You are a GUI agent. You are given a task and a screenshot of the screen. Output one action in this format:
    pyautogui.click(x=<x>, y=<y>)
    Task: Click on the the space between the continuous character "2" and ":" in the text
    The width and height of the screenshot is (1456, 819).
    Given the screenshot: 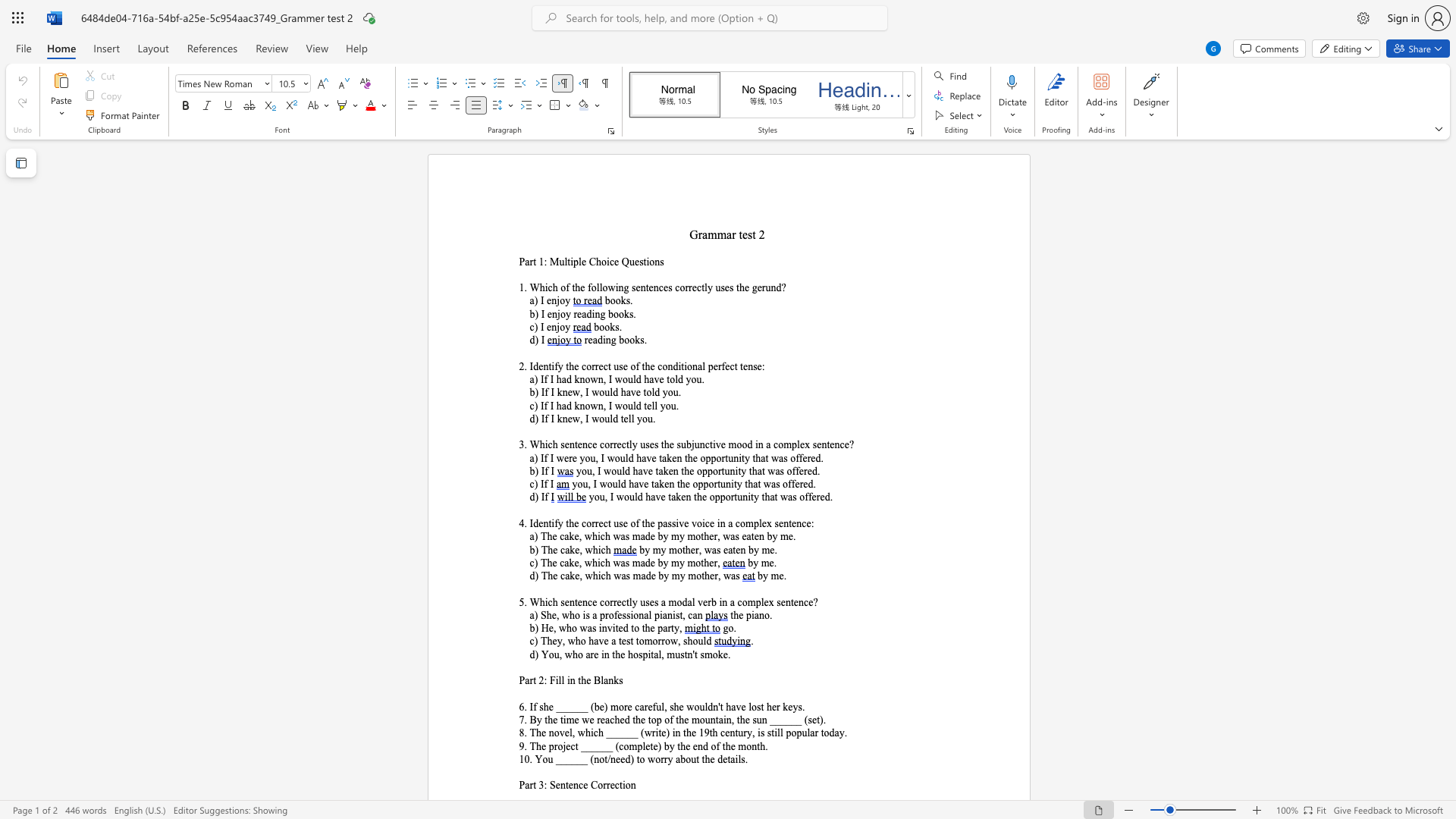 What is the action you would take?
    pyautogui.click(x=543, y=679)
    